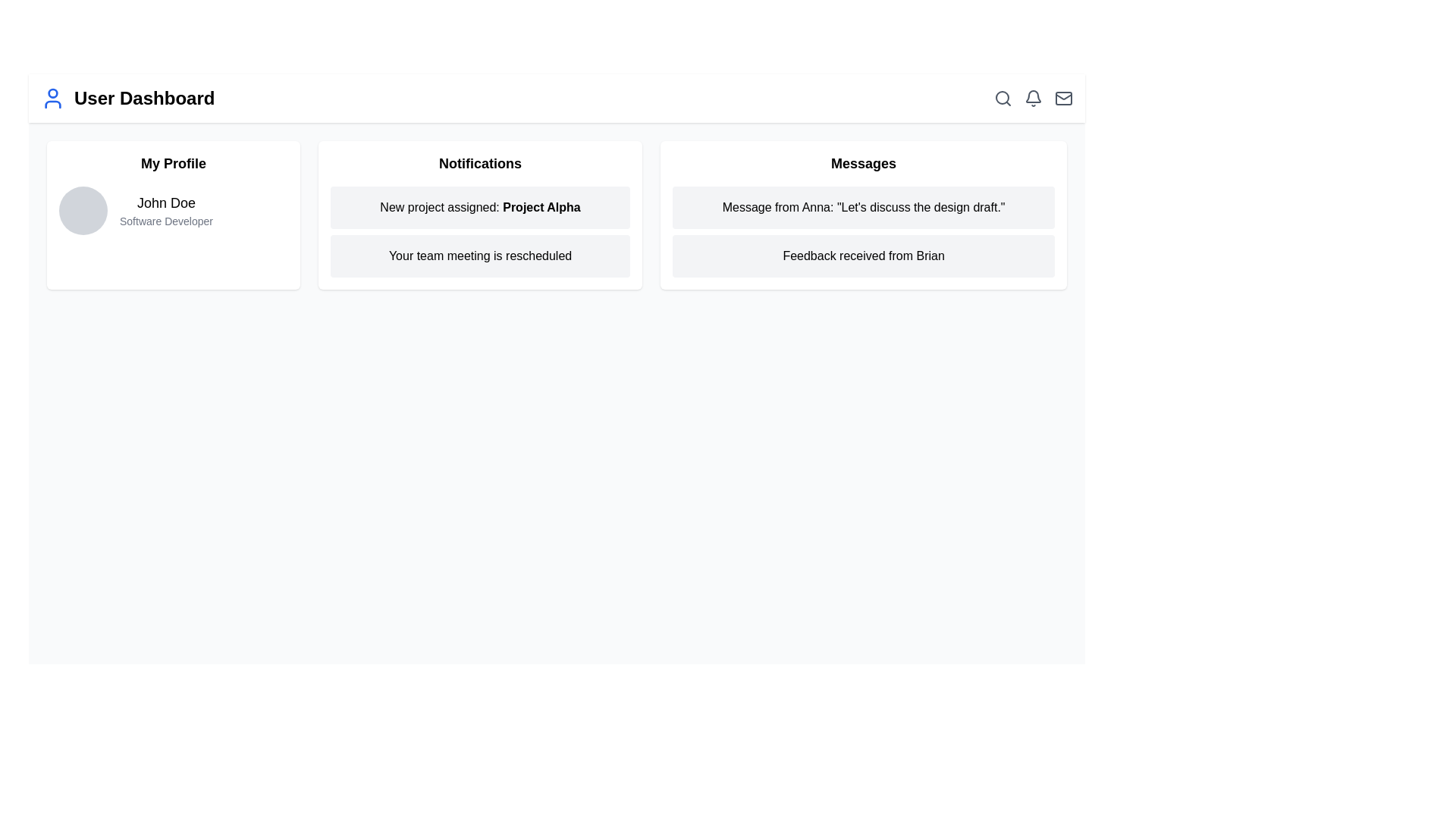 Image resolution: width=1456 pixels, height=819 pixels. What do you see at coordinates (1062, 99) in the screenshot?
I see `the icon button located at the top-right corner of the interface, which is the last icon in a row following the bell icon` at bounding box center [1062, 99].